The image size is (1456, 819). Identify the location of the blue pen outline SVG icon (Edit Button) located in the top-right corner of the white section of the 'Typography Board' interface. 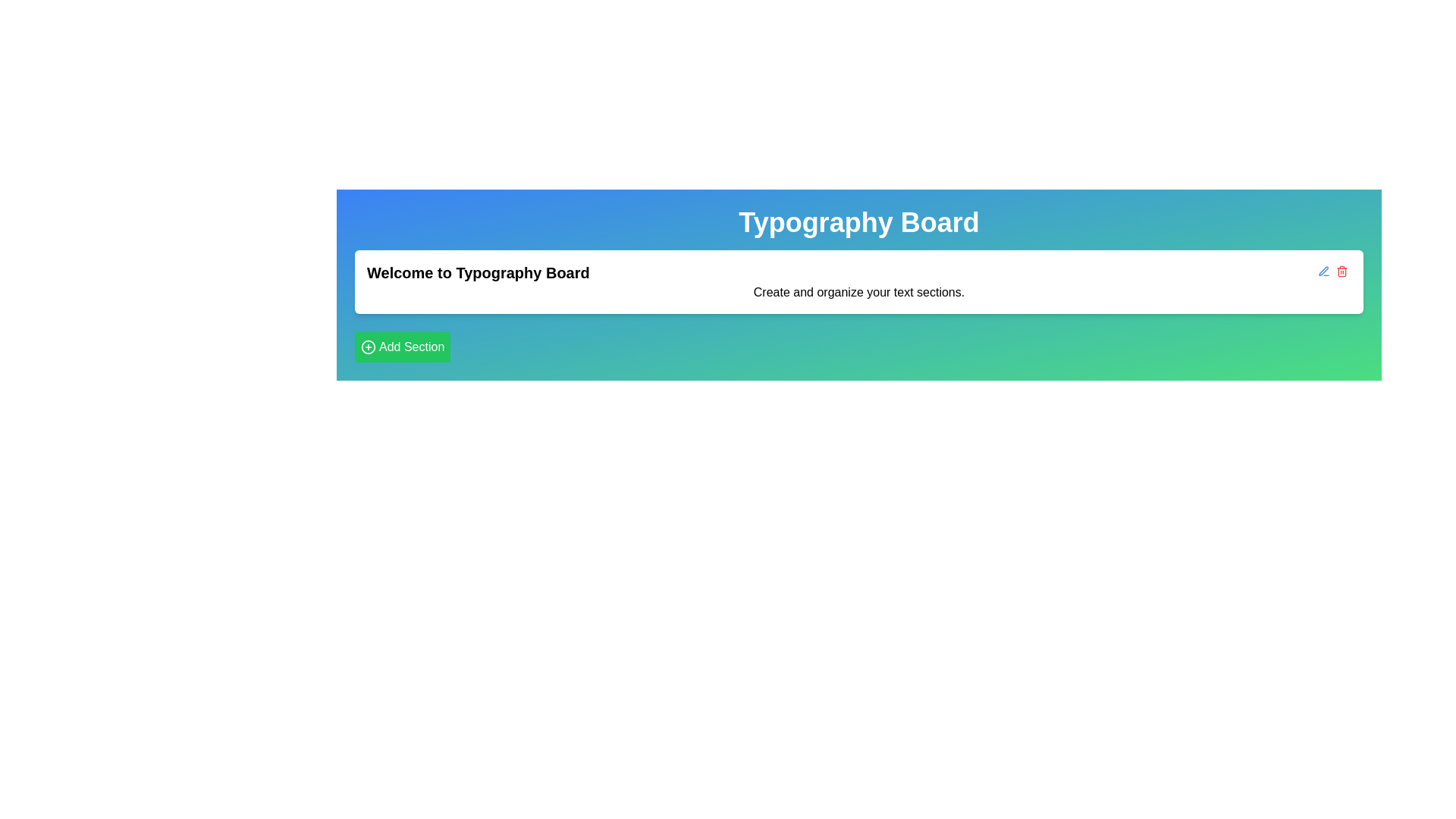
(1323, 271).